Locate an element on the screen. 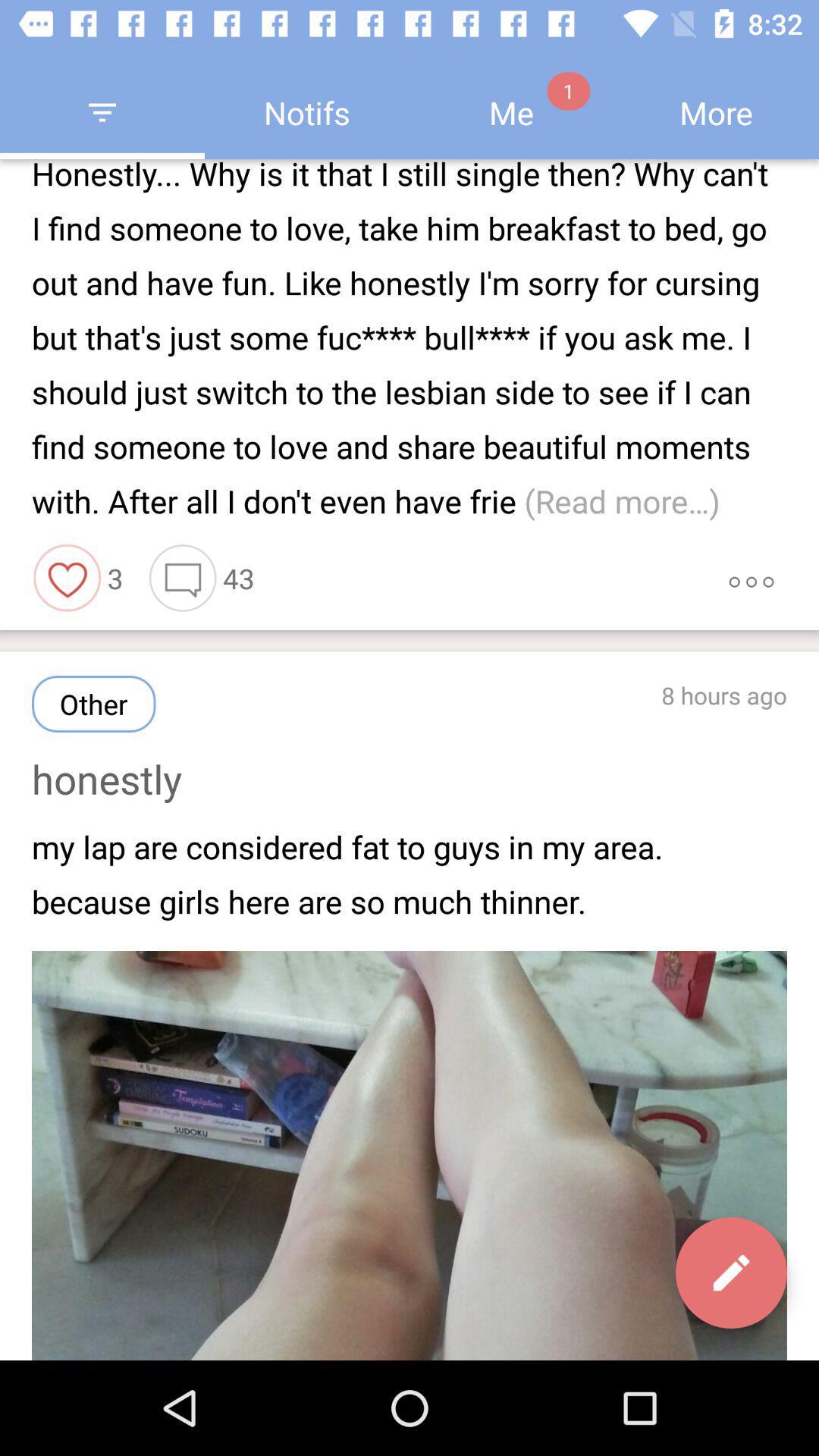  icon to the right of the 43 is located at coordinates (751, 577).